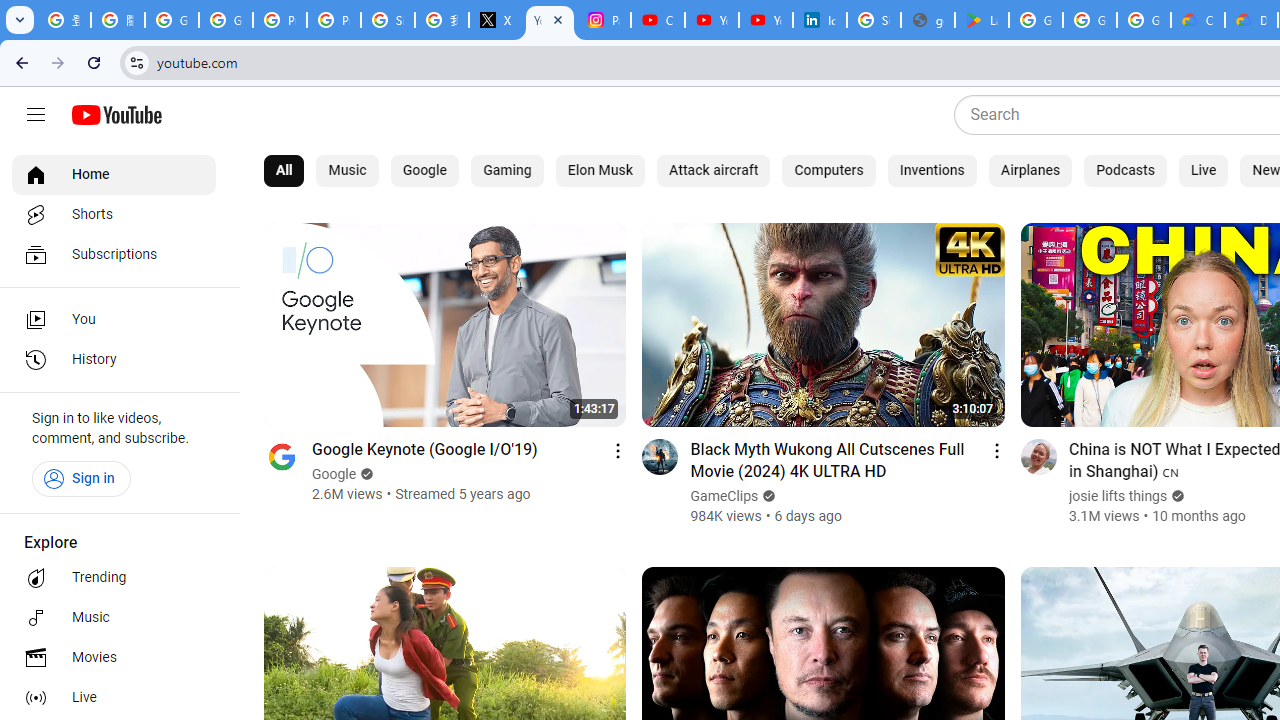 The height and width of the screenshot is (720, 1280). What do you see at coordinates (1202, 170) in the screenshot?
I see `'Live'` at bounding box center [1202, 170].